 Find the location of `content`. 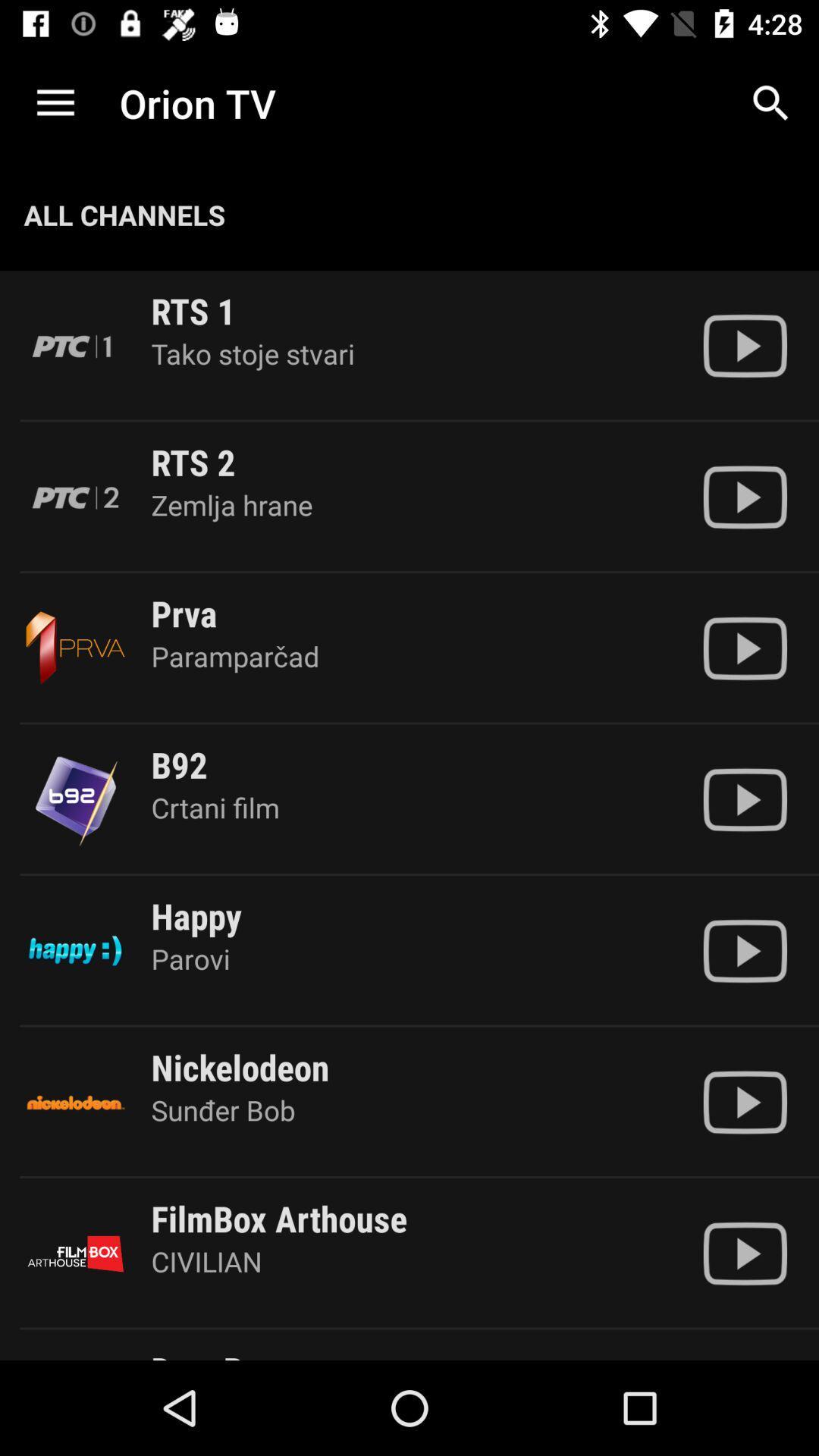

content is located at coordinates (744, 1254).